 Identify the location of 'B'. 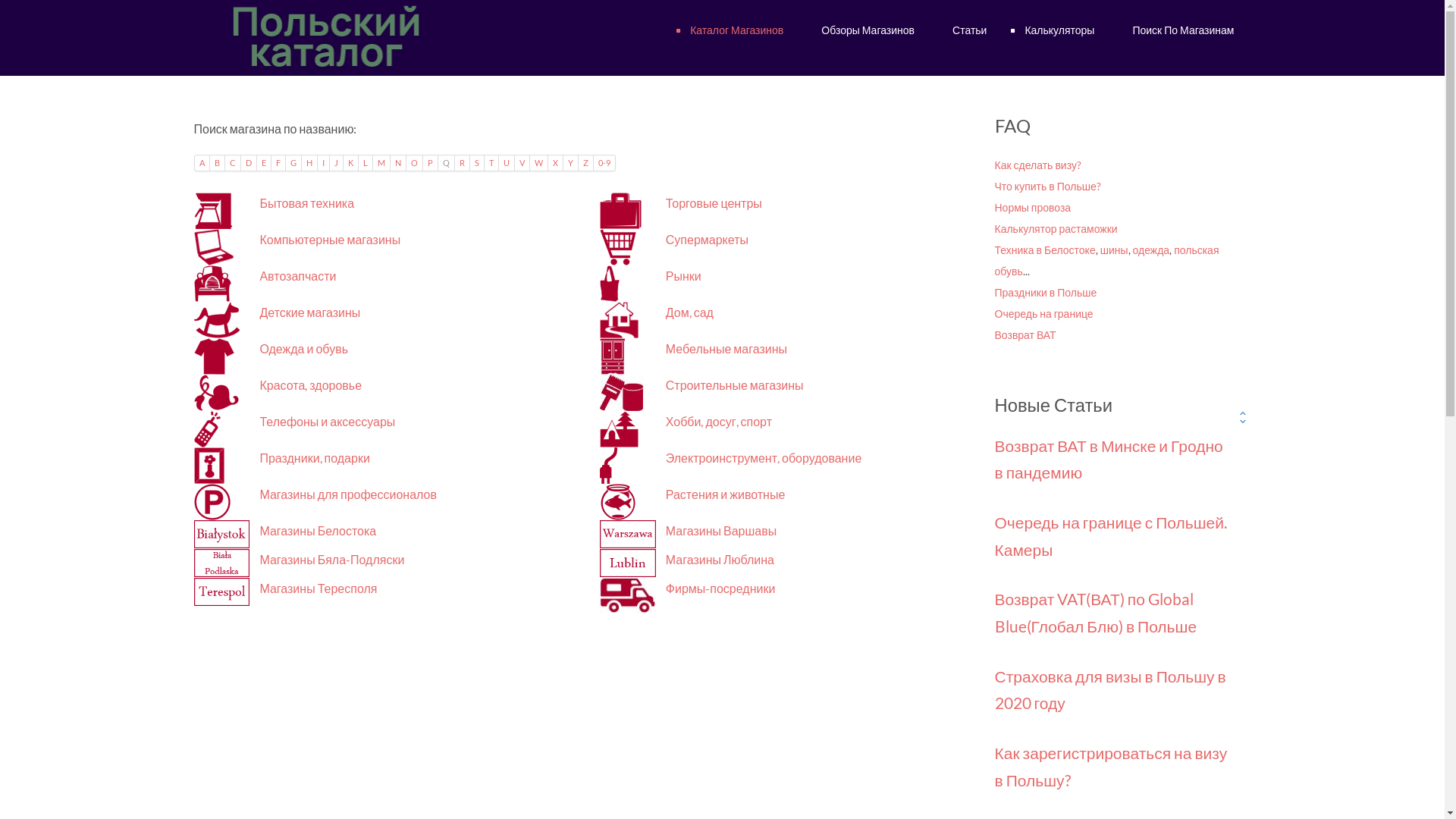
(208, 163).